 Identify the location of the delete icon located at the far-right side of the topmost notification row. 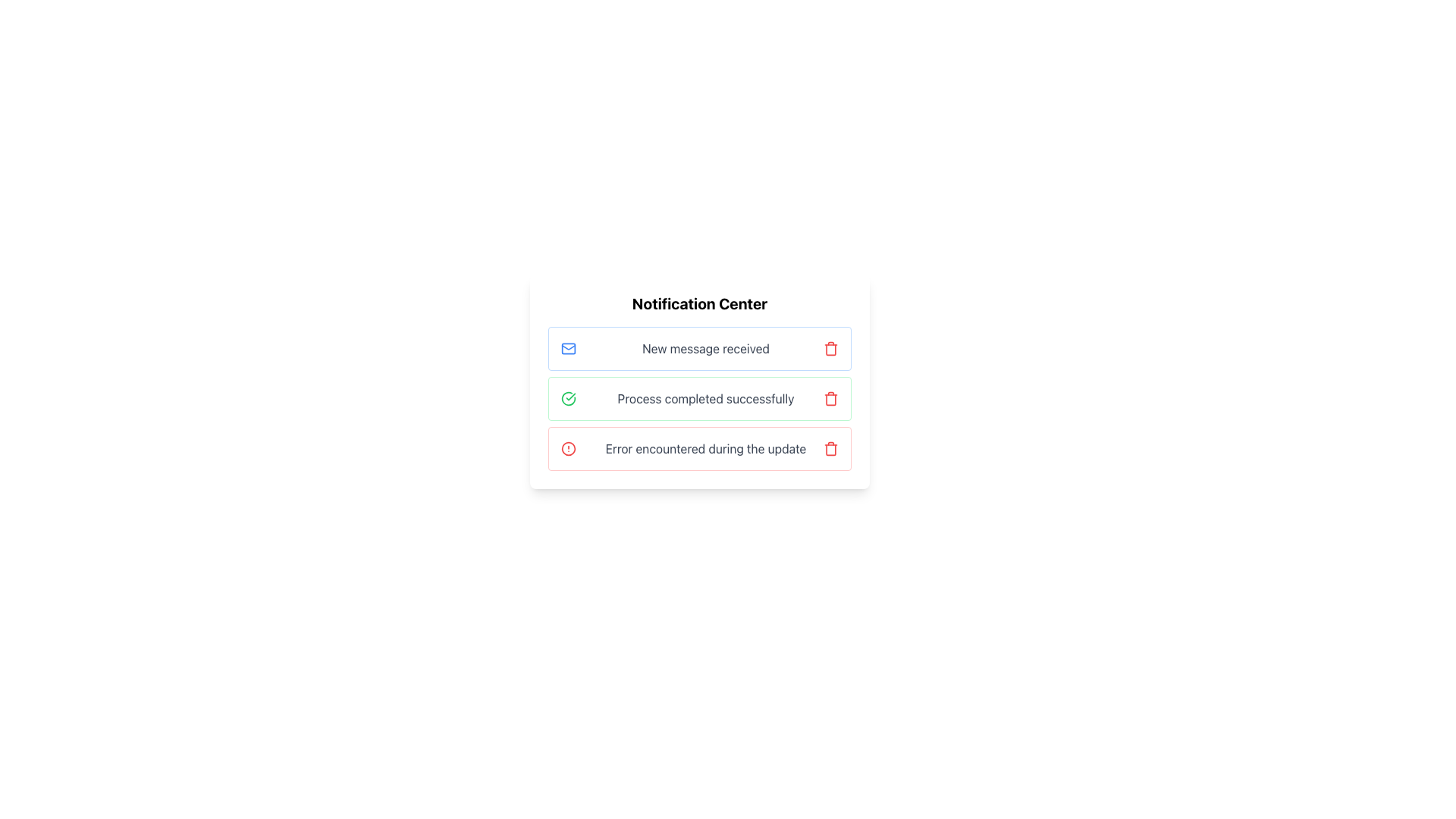
(830, 348).